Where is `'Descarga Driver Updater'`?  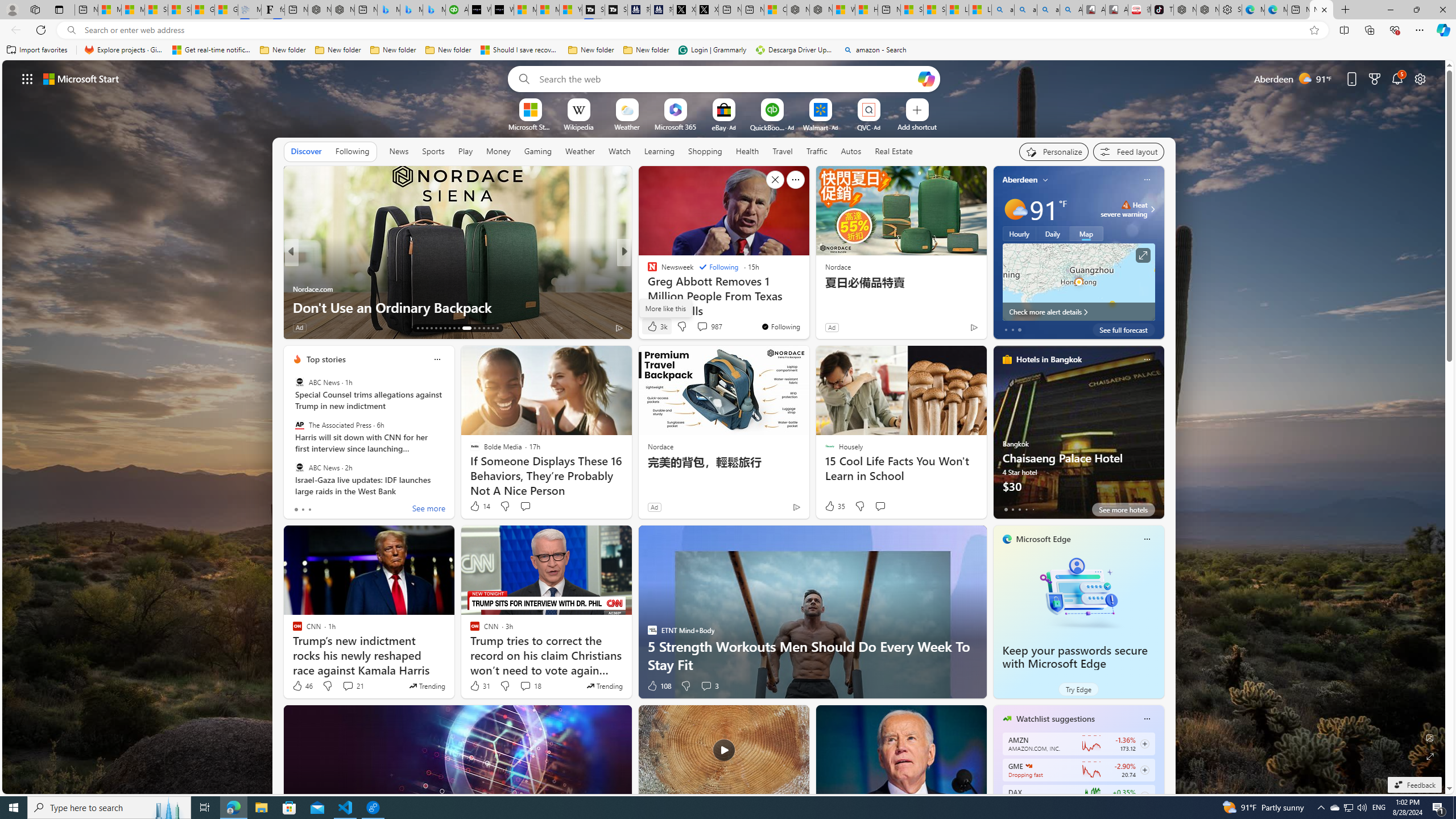 'Descarga Driver Updater' is located at coordinates (795, 49).